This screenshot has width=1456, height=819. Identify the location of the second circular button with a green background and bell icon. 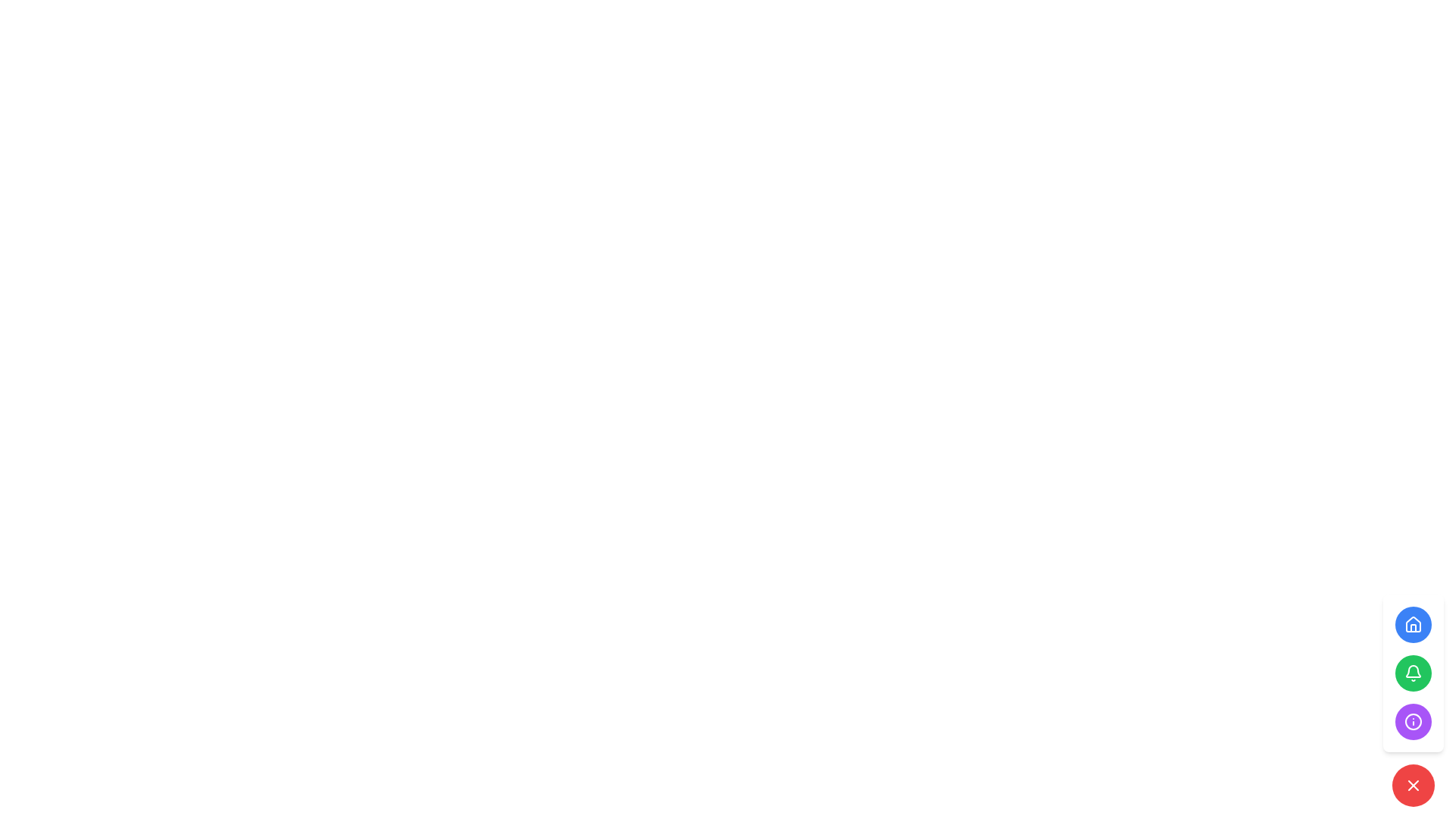
(1412, 672).